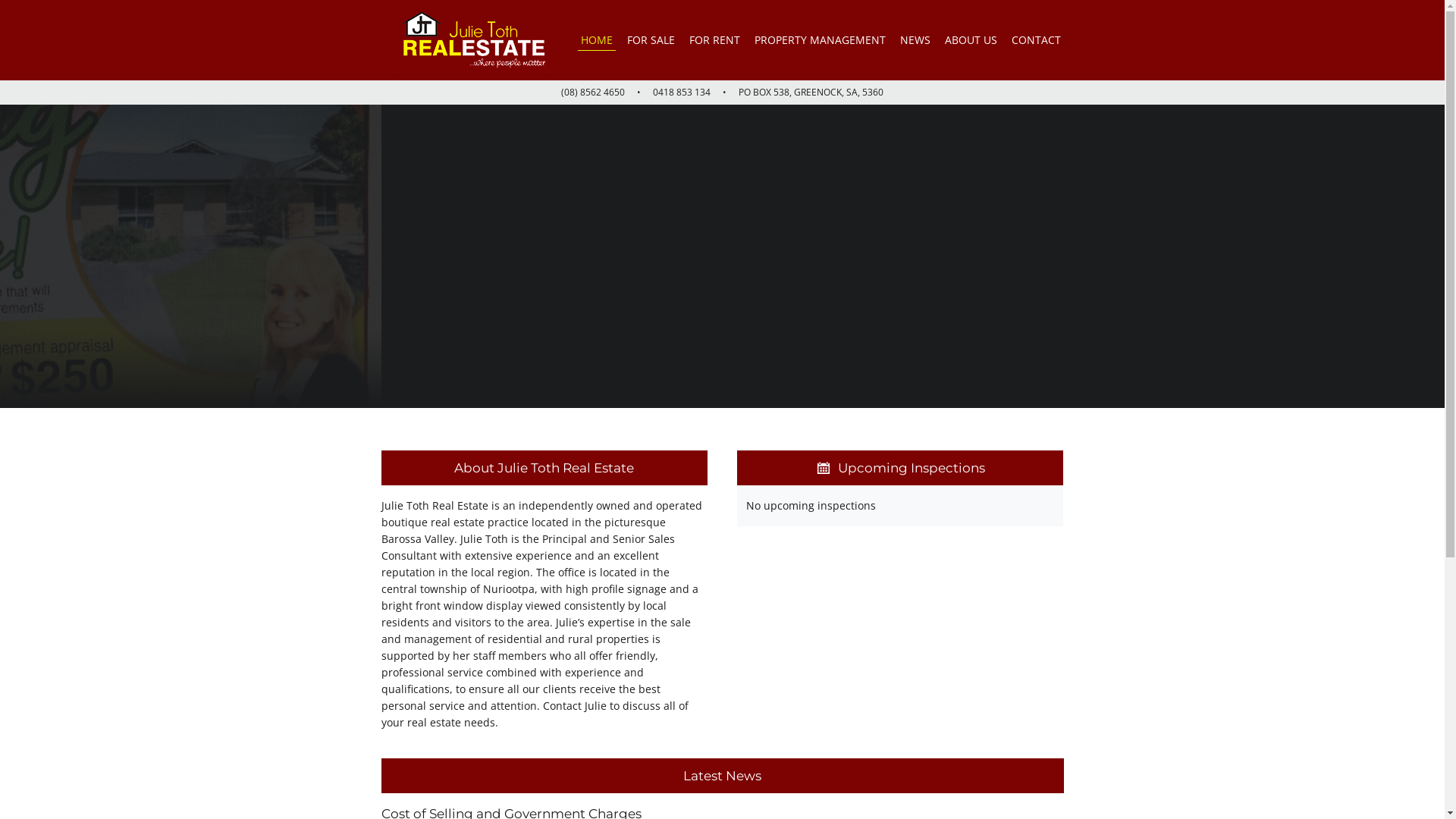  I want to click on 'ABOUT US', so click(971, 39).